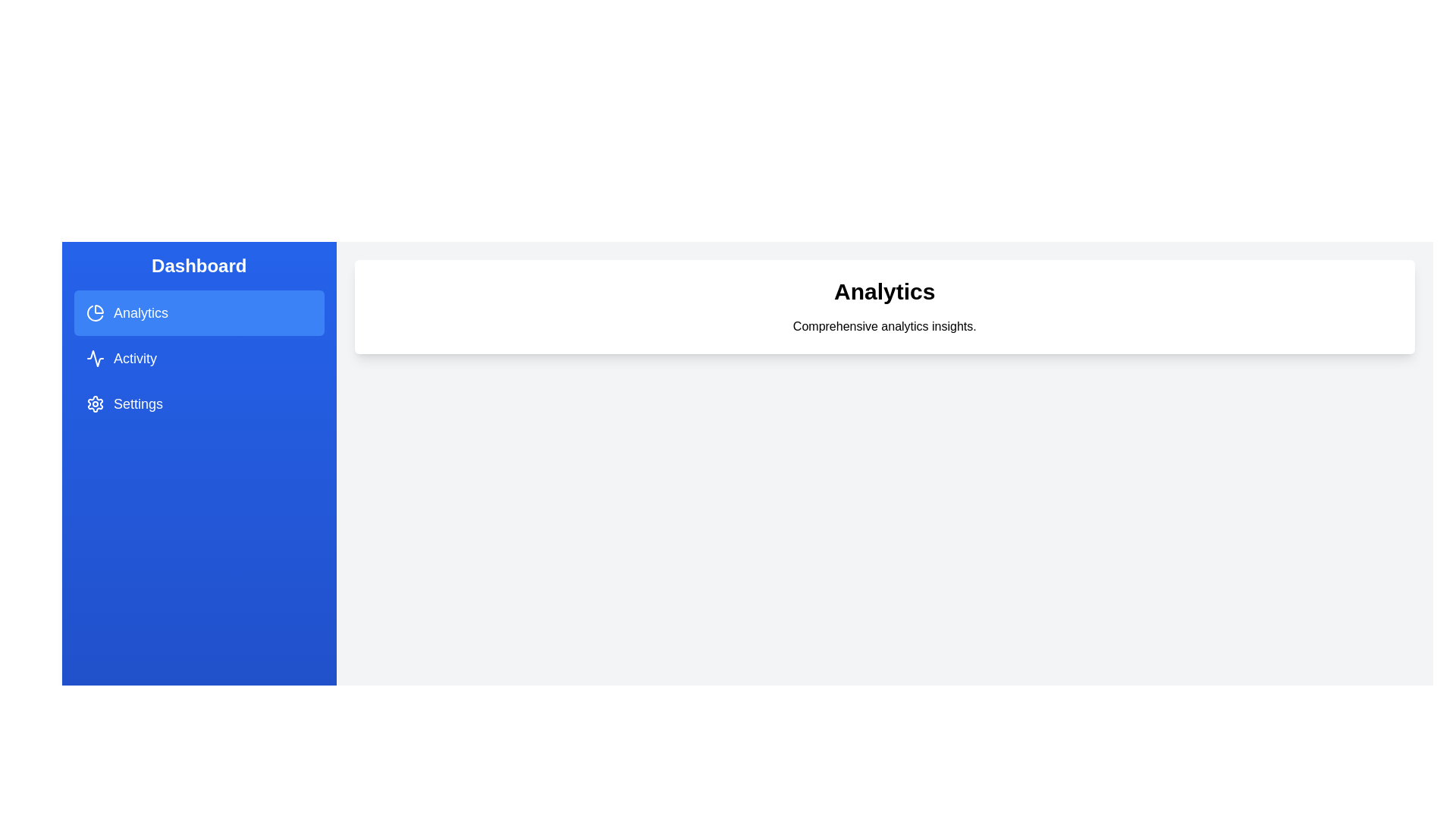 The height and width of the screenshot is (819, 1456). I want to click on the gear-like icon representing the settings functionality located in the vertical sidebar menu, to the left of the 'Settings' label, so click(94, 403).